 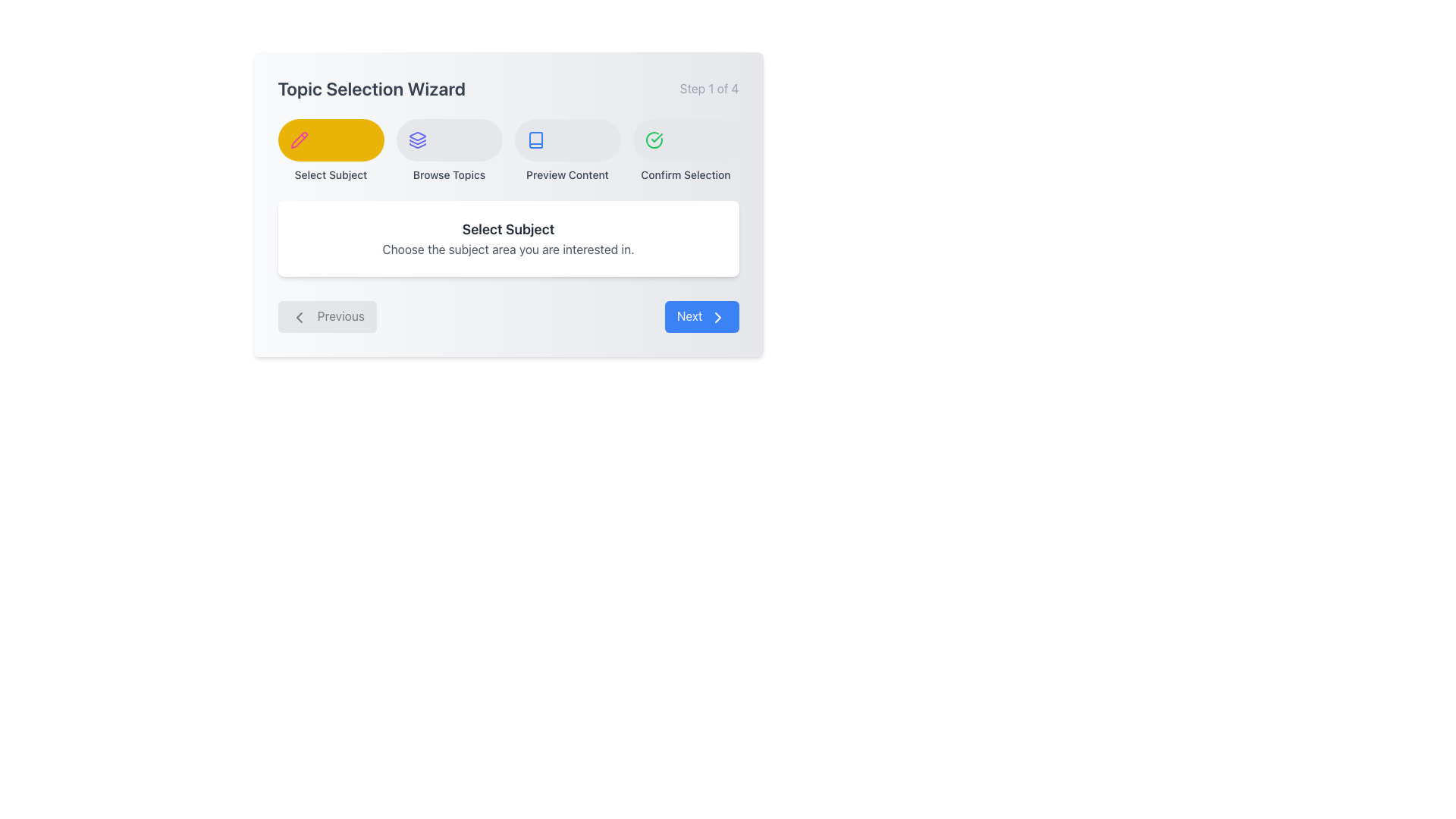 What do you see at coordinates (299, 316) in the screenshot?
I see `the backward navigation icon embedded within the 'Previous' button located at the bottom-left of the main interface` at bounding box center [299, 316].